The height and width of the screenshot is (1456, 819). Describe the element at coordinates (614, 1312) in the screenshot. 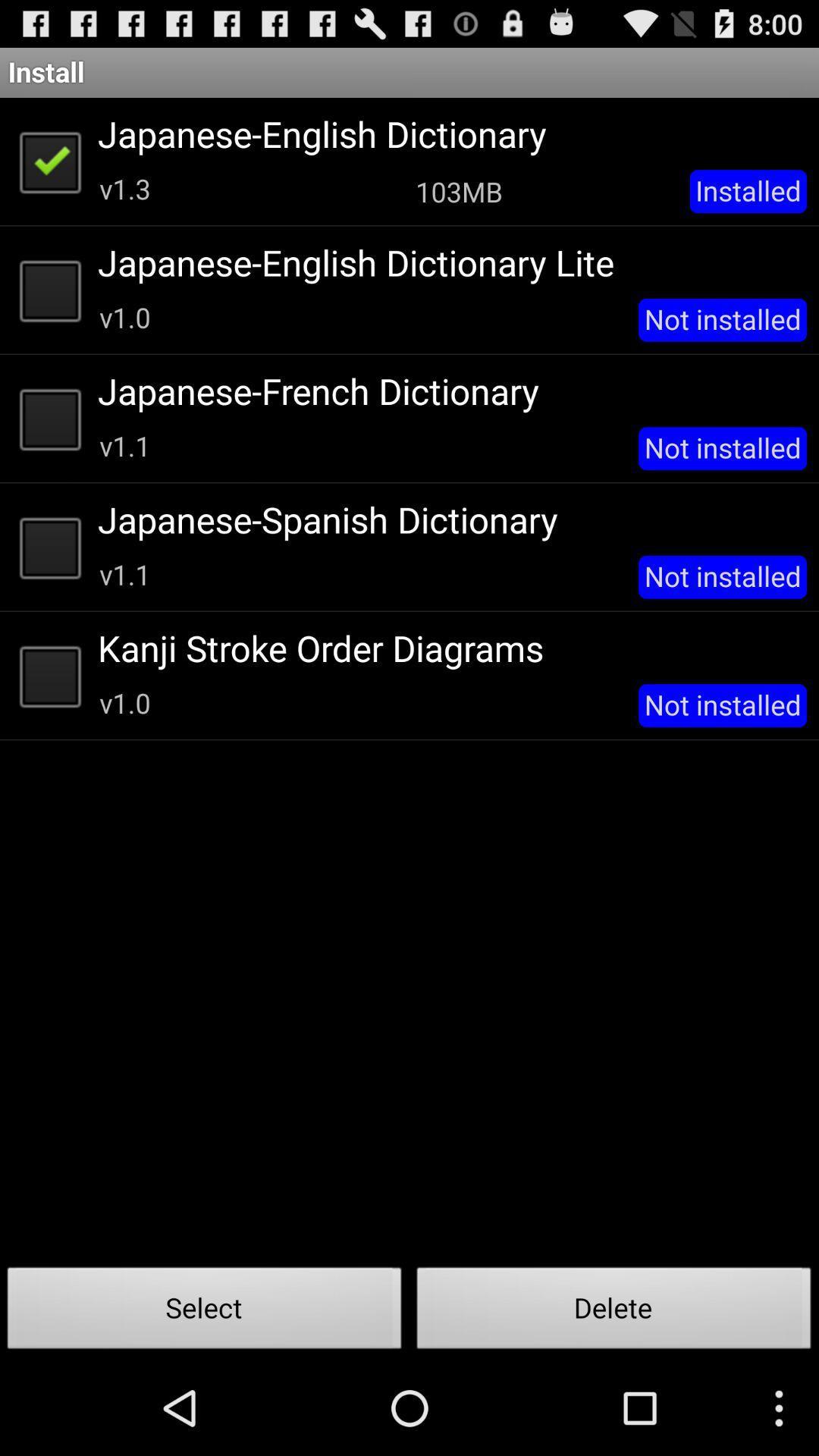

I see `icon at the bottom right corner` at that location.